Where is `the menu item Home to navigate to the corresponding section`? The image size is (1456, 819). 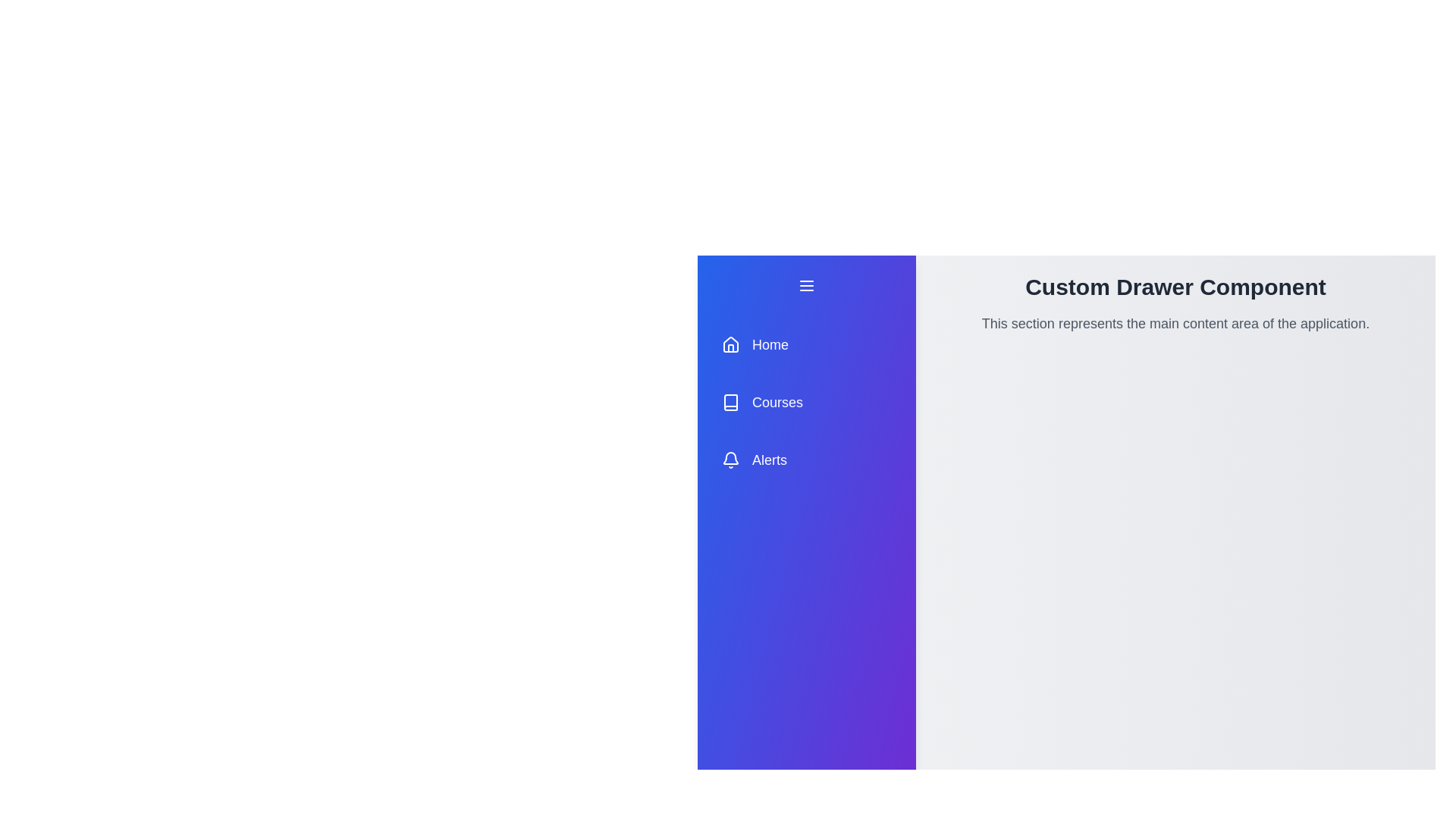
the menu item Home to navigate to the corresponding section is located at coordinates (806, 345).